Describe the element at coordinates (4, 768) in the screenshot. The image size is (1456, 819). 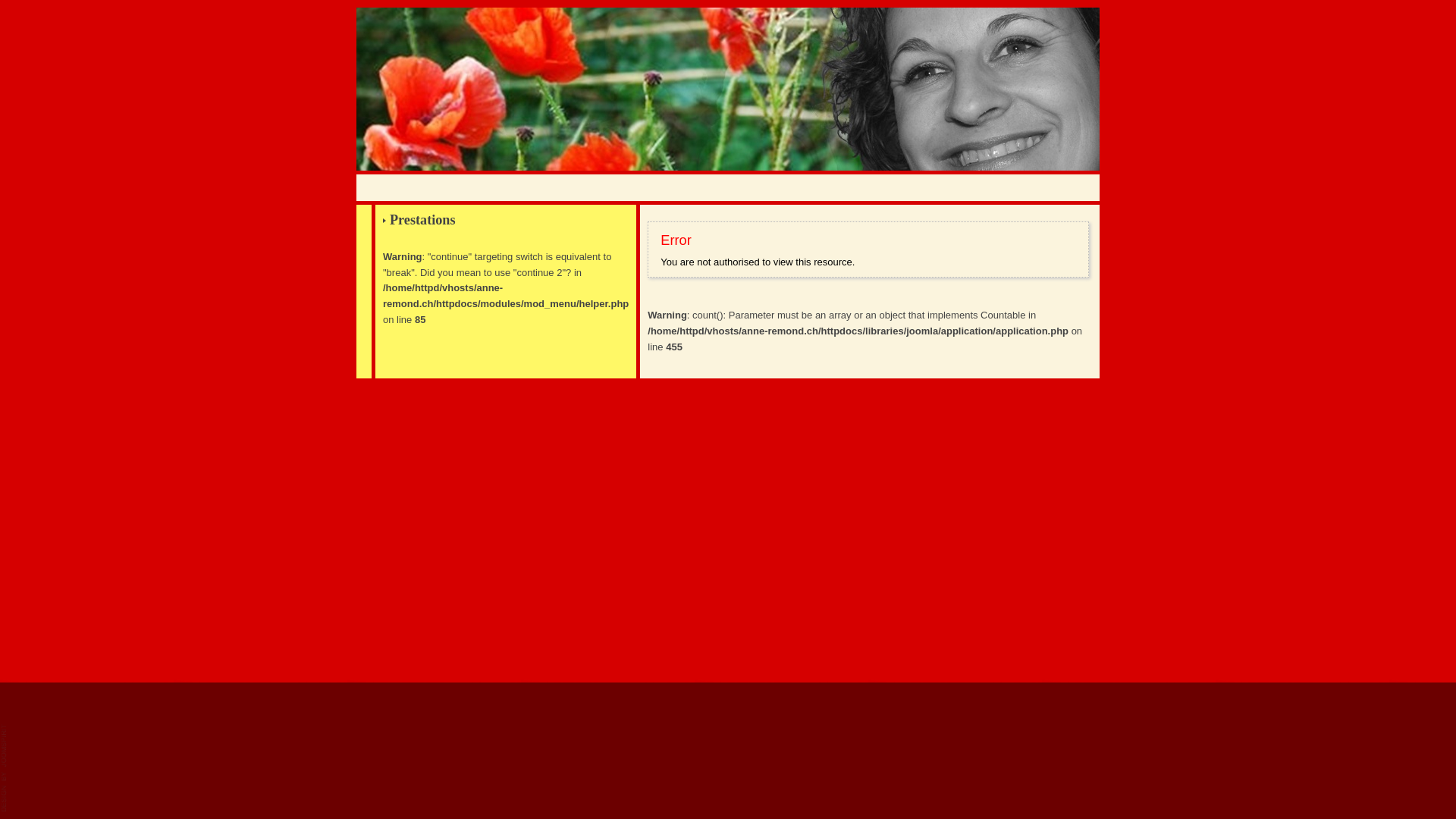
I see `'JoomSpirit'` at that location.